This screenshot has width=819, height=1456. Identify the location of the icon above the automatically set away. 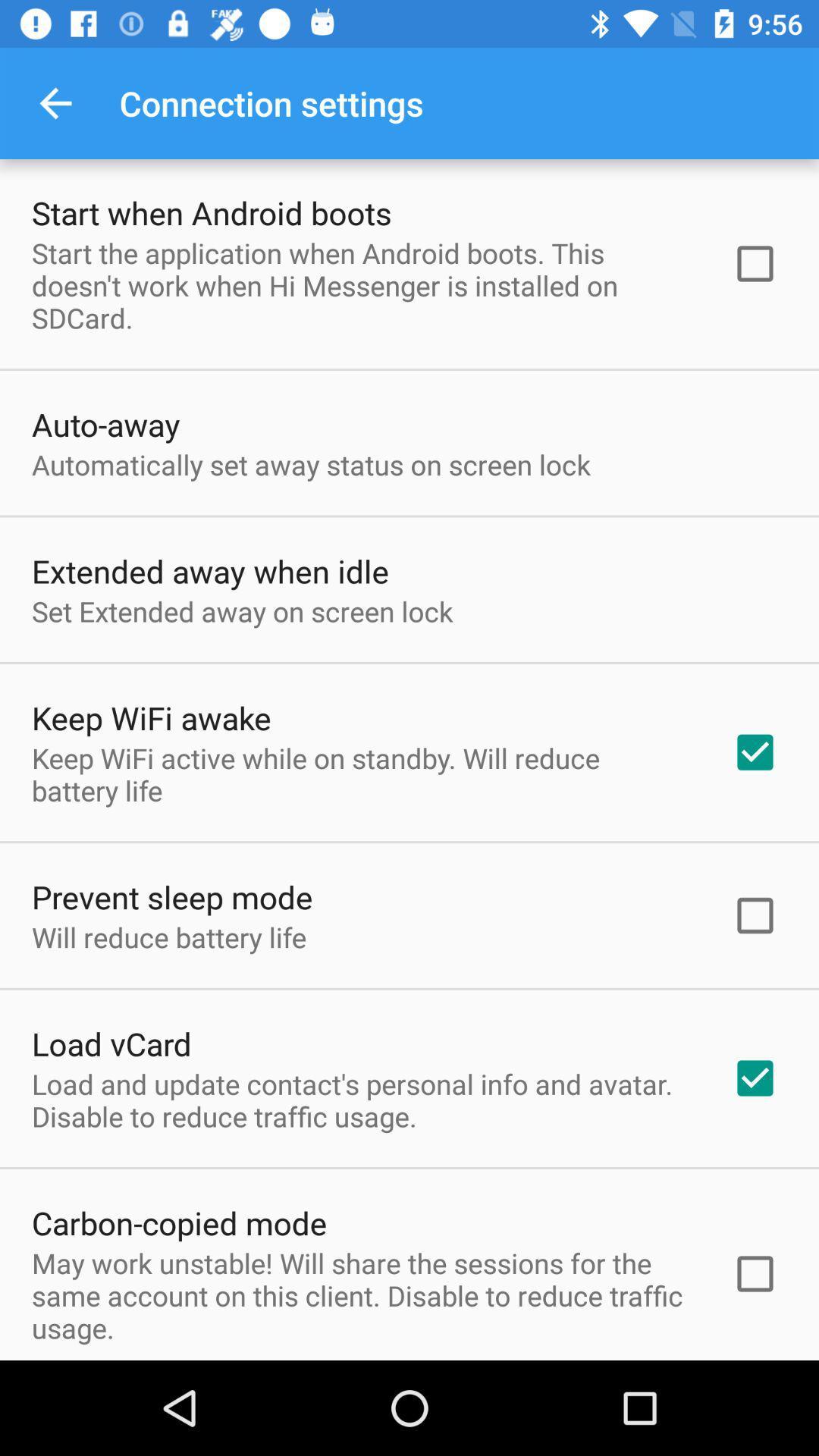
(105, 424).